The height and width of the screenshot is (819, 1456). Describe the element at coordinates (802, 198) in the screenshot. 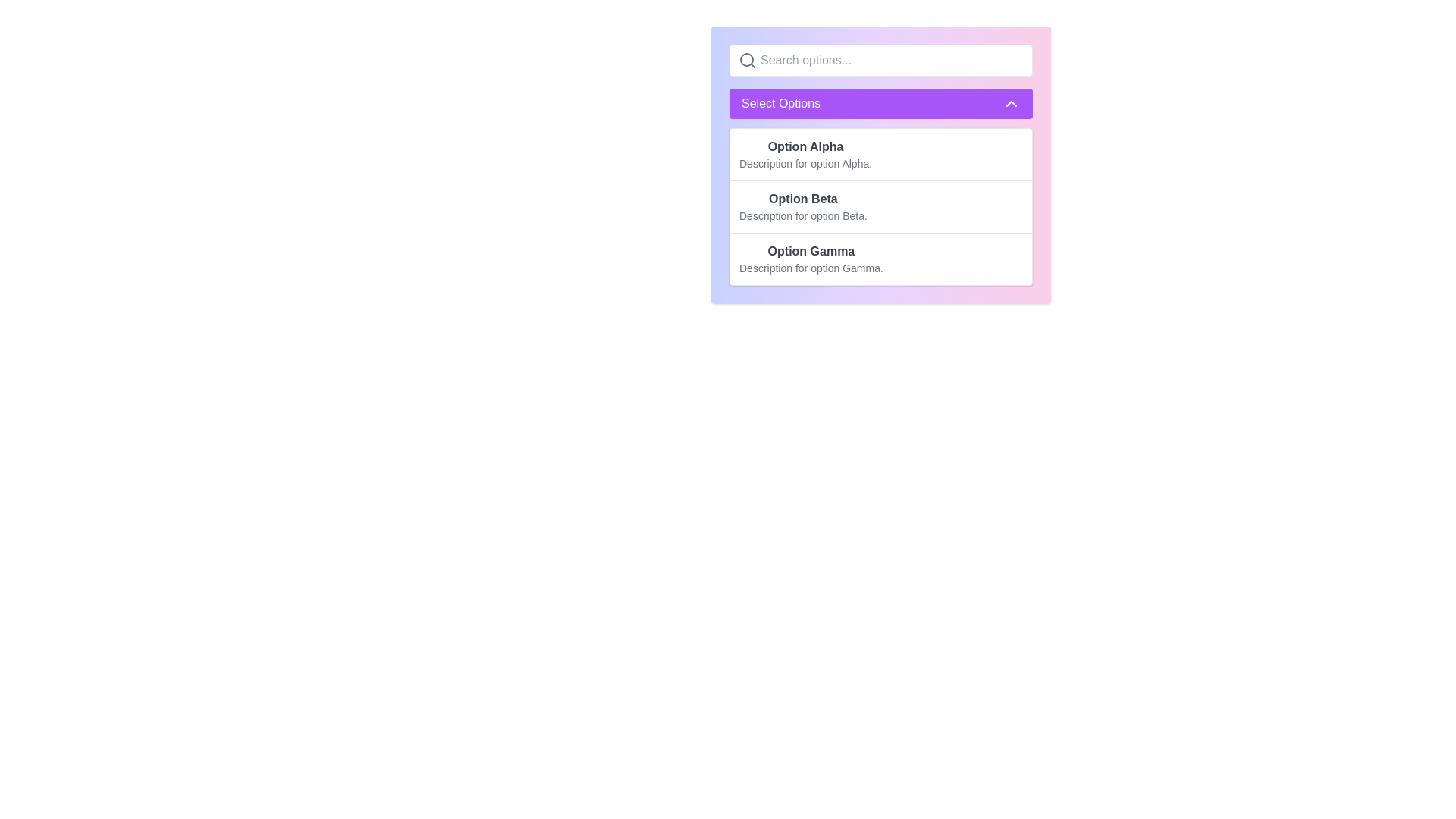

I see `text of the label displaying 'Option Beta', which is the title of the second option in the dropdown list, positioned between 'Option Alpha' and 'Option Gamma'` at that location.